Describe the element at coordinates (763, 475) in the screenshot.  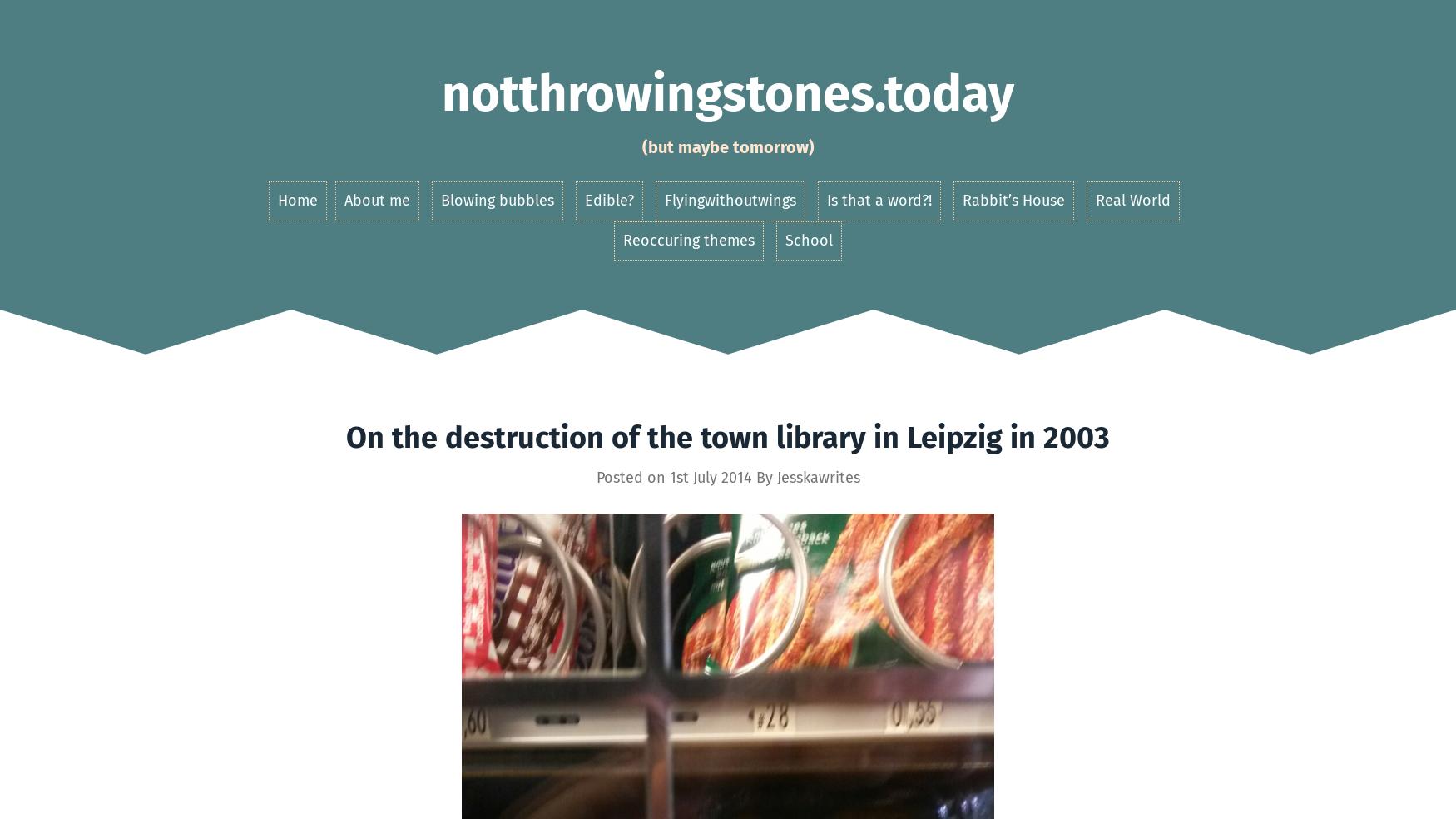
I see `'By'` at that location.